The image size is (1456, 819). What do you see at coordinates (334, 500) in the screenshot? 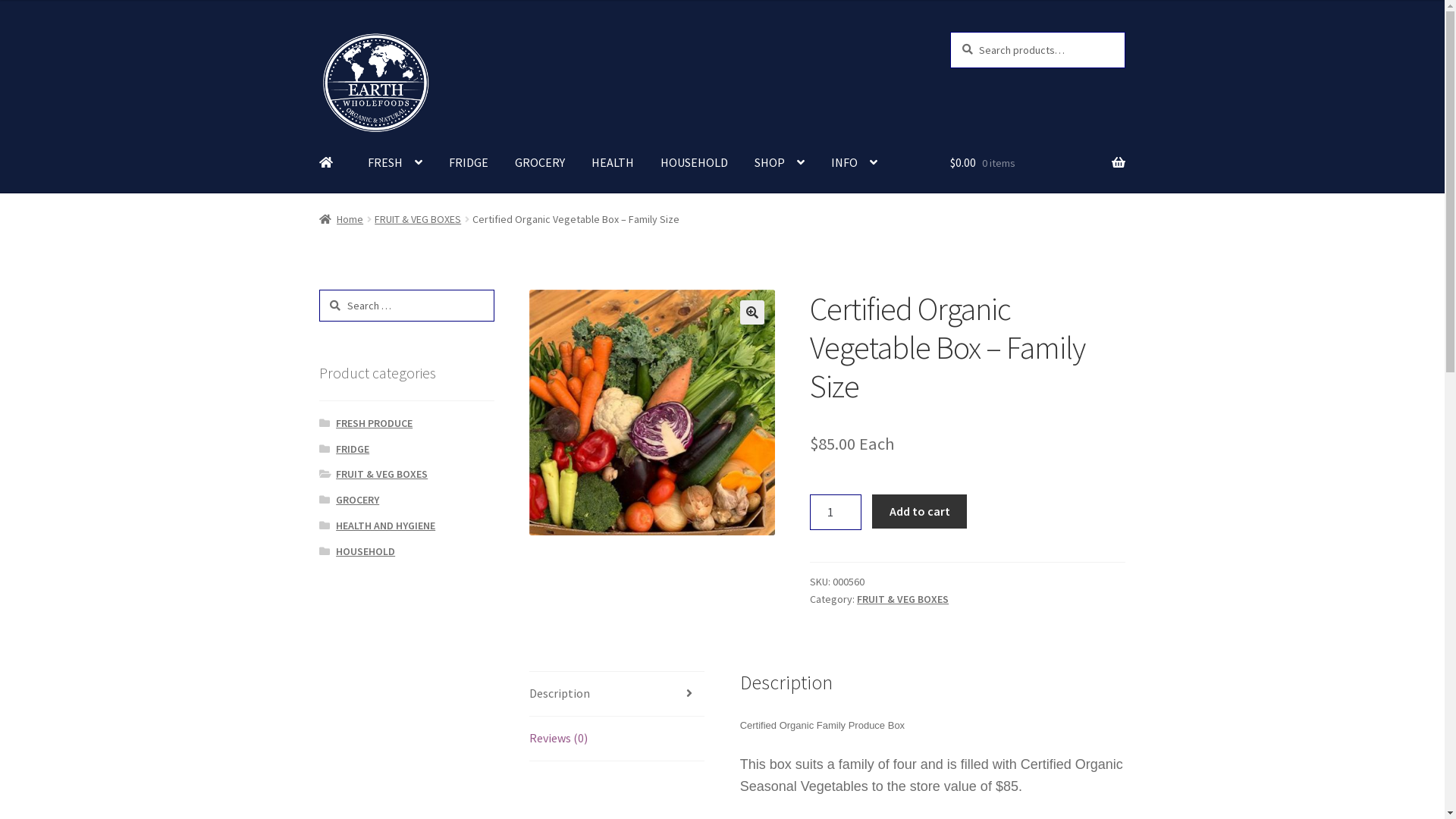
I see `'GROCERY'` at bounding box center [334, 500].